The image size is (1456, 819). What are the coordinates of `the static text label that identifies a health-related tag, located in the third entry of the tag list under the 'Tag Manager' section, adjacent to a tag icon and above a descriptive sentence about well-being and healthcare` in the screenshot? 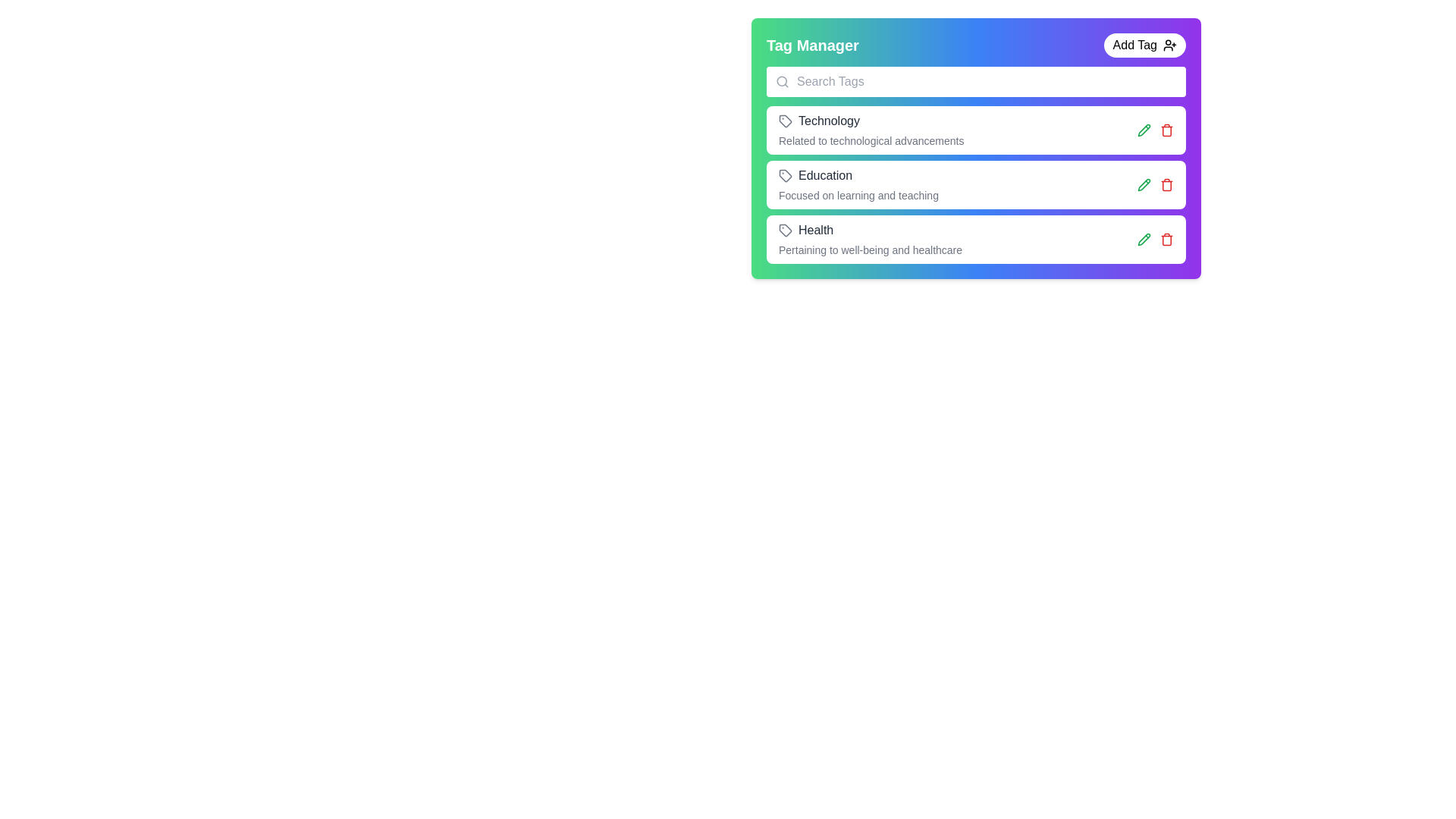 It's located at (815, 231).